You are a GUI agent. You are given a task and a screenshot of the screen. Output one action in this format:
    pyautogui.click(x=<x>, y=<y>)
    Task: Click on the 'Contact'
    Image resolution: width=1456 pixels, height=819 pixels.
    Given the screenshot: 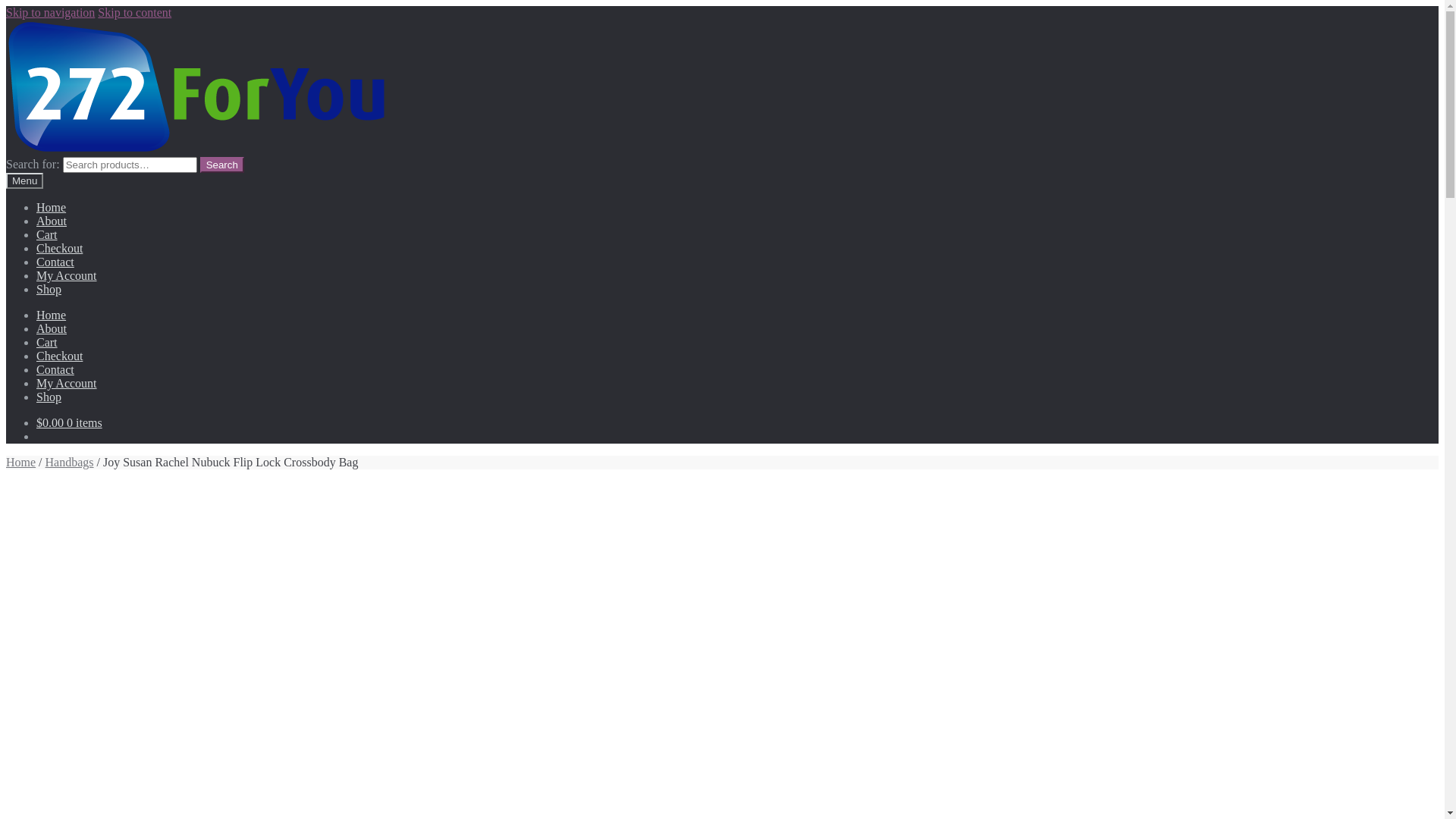 What is the action you would take?
    pyautogui.click(x=55, y=261)
    